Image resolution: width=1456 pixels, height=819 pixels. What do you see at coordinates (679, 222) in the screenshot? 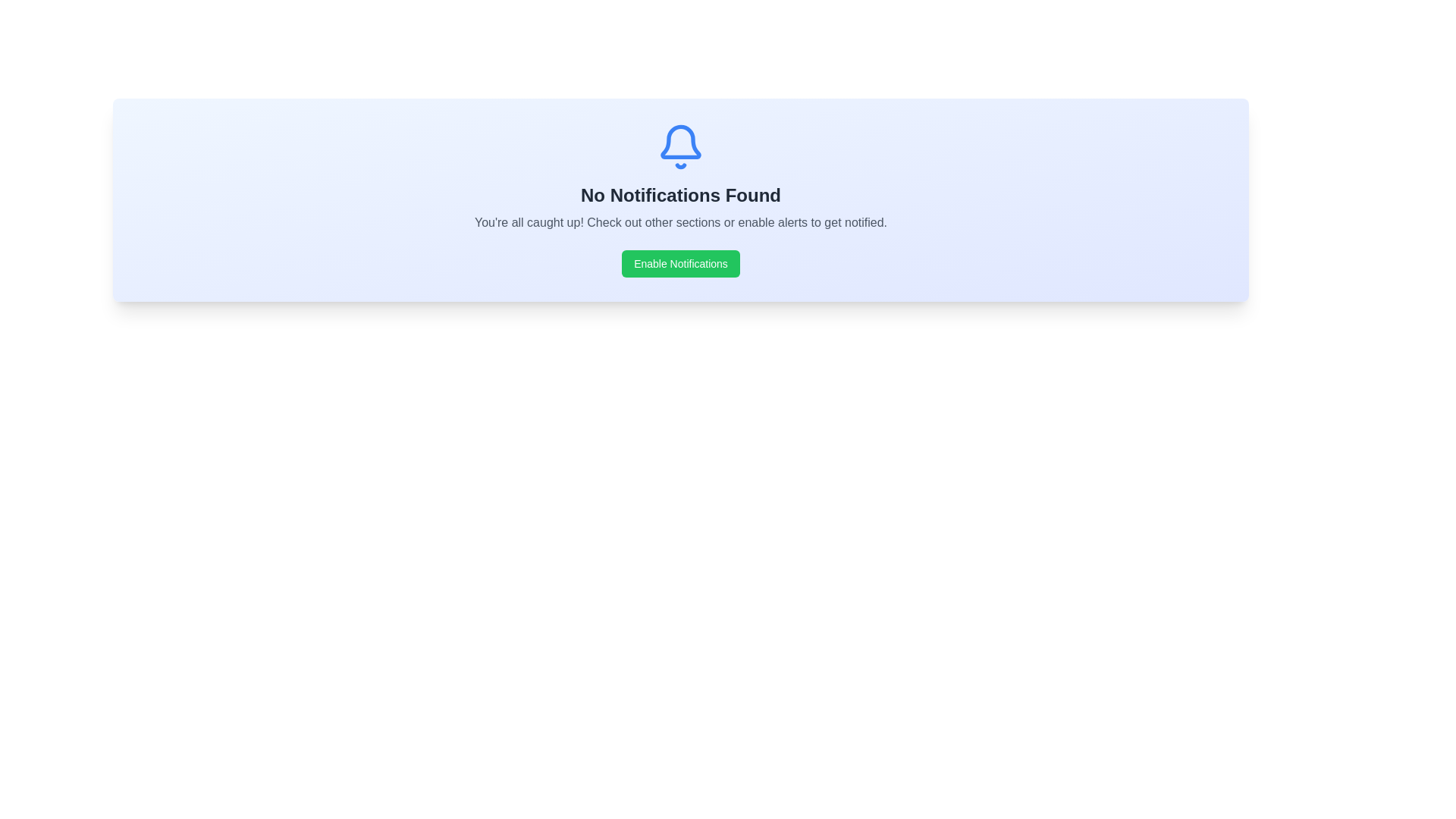
I see `the static text element that indicates there are no new notifications and suggests alternate actions, positioned below 'No Notifications Found' and above the 'Enable Notifications' button` at bounding box center [679, 222].